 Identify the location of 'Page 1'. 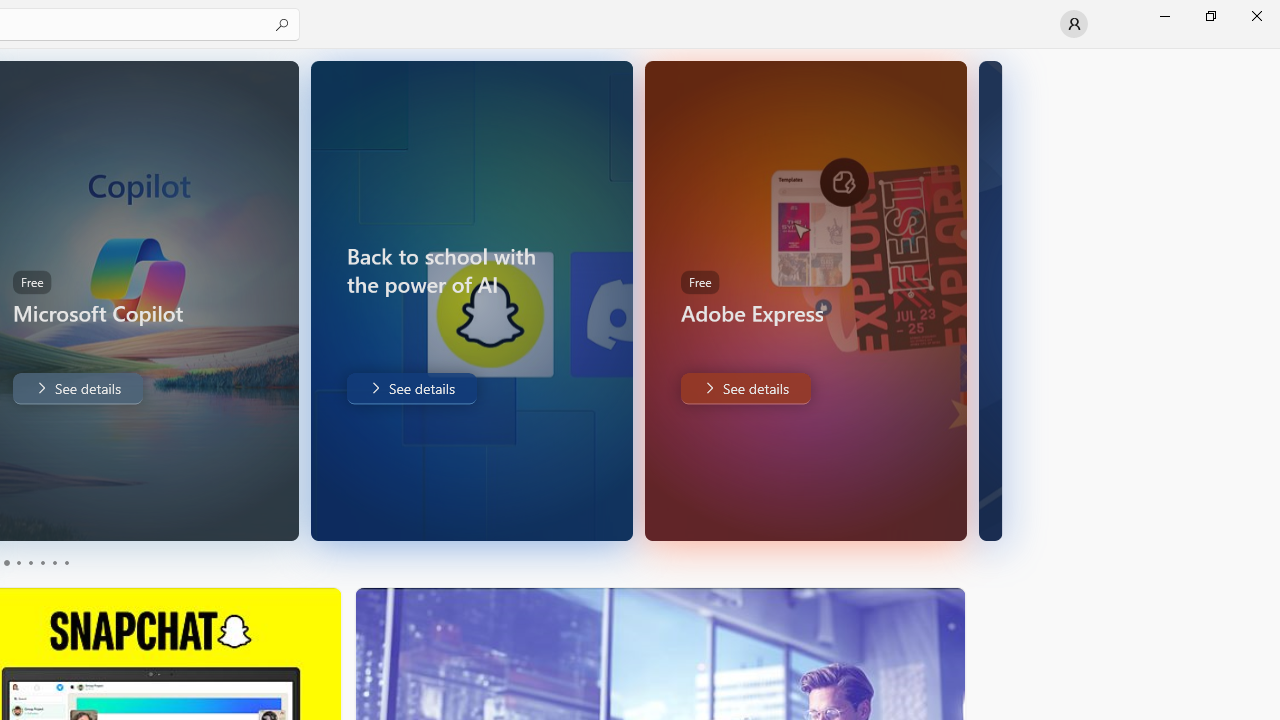
(5, 563).